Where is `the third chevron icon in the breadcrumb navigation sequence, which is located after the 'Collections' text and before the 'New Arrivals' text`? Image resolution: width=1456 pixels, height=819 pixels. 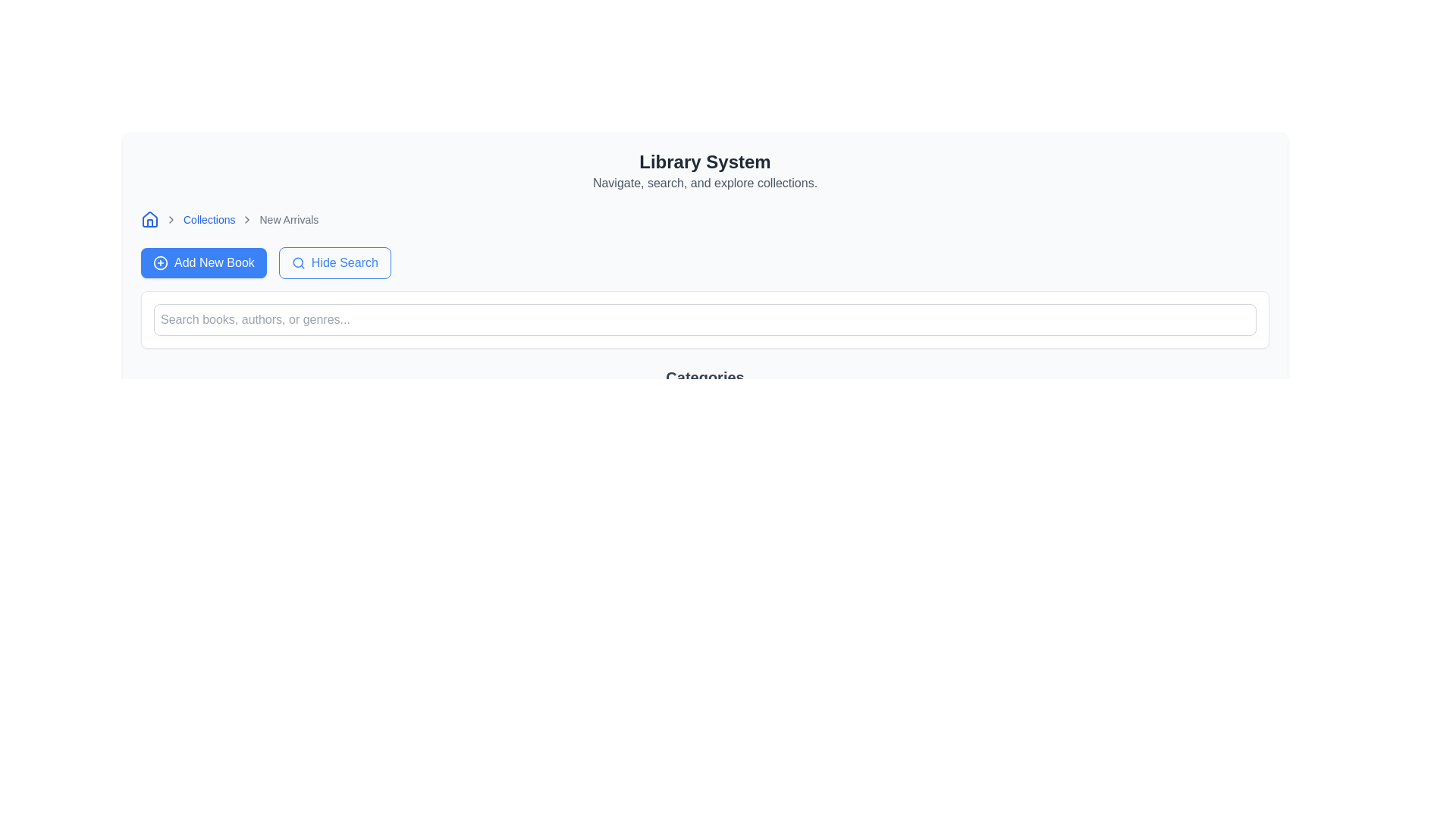 the third chevron icon in the breadcrumb navigation sequence, which is located after the 'Collections' text and before the 'New Arrivals' text is located at coordinates (247, 219).